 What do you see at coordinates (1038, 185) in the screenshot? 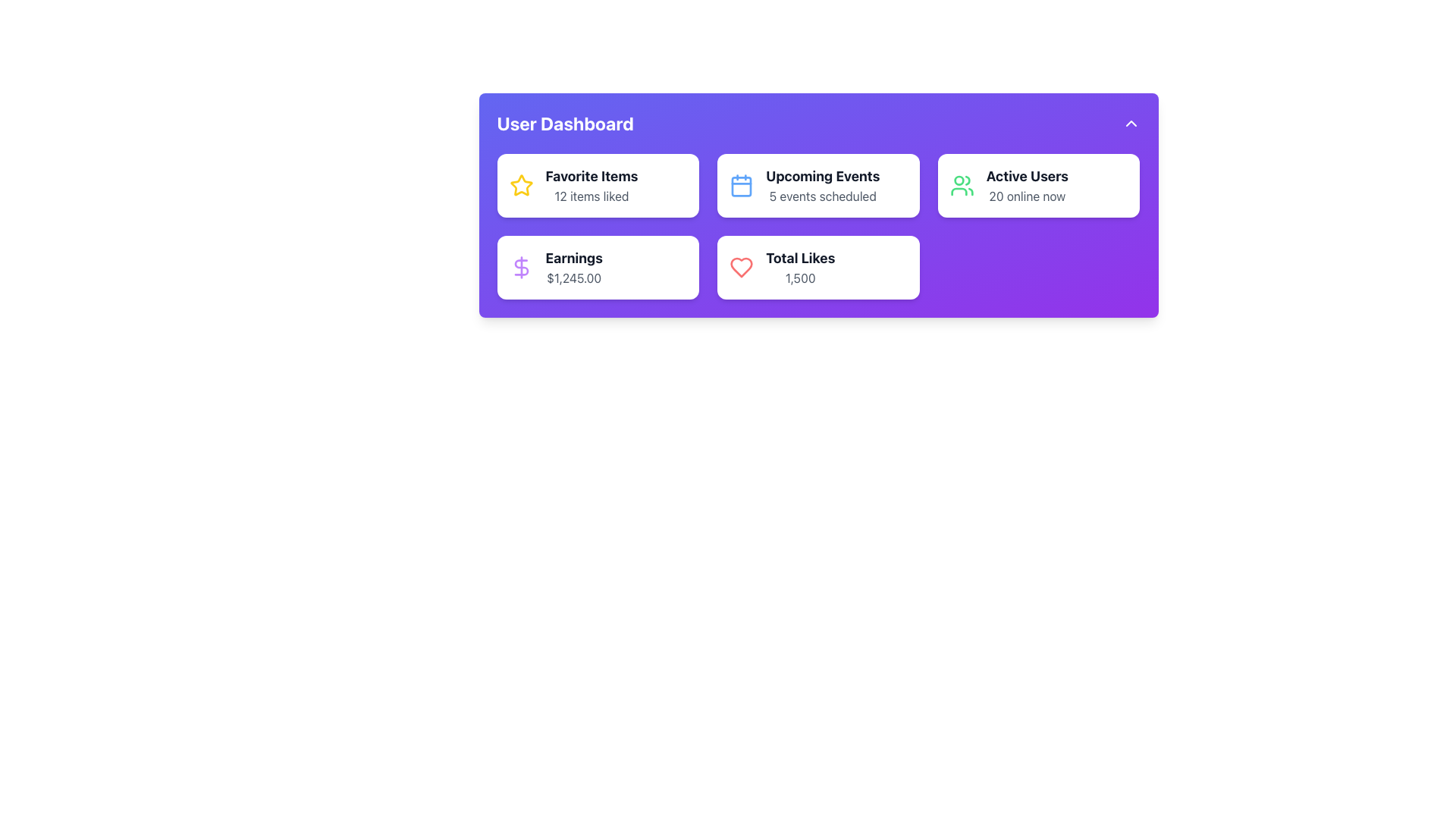
I see `the active users summary card located in the top-right section of the User Dashboard` at bounding box center [1038, 185].